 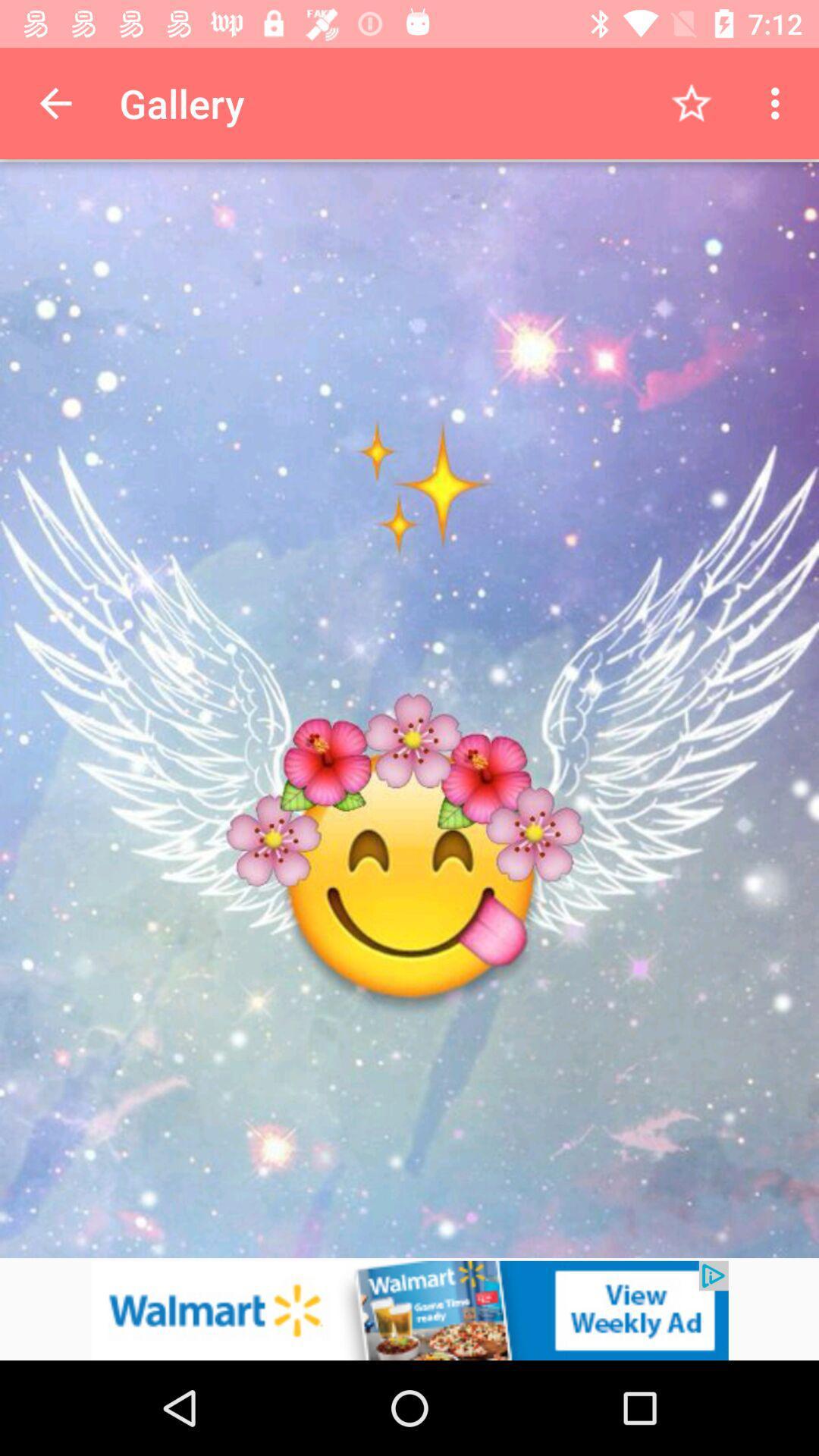 What do you see at coordinates (409, 1310) in the screenshot?
I see `advertisement page` at bounding box center [409, 1310].